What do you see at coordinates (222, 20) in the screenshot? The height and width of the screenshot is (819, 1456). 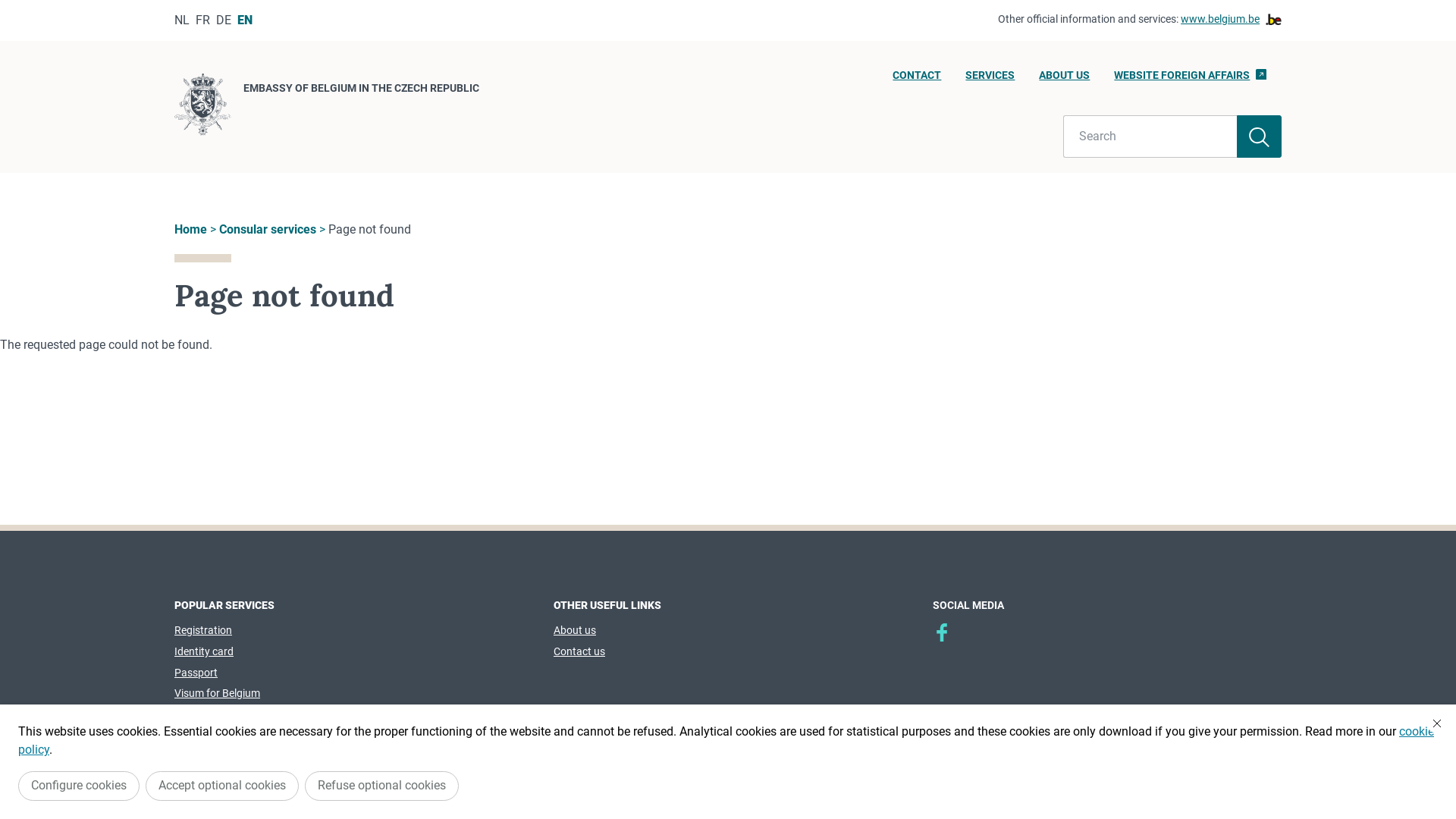 I see `'DE'` at bounding box center [222, 20].